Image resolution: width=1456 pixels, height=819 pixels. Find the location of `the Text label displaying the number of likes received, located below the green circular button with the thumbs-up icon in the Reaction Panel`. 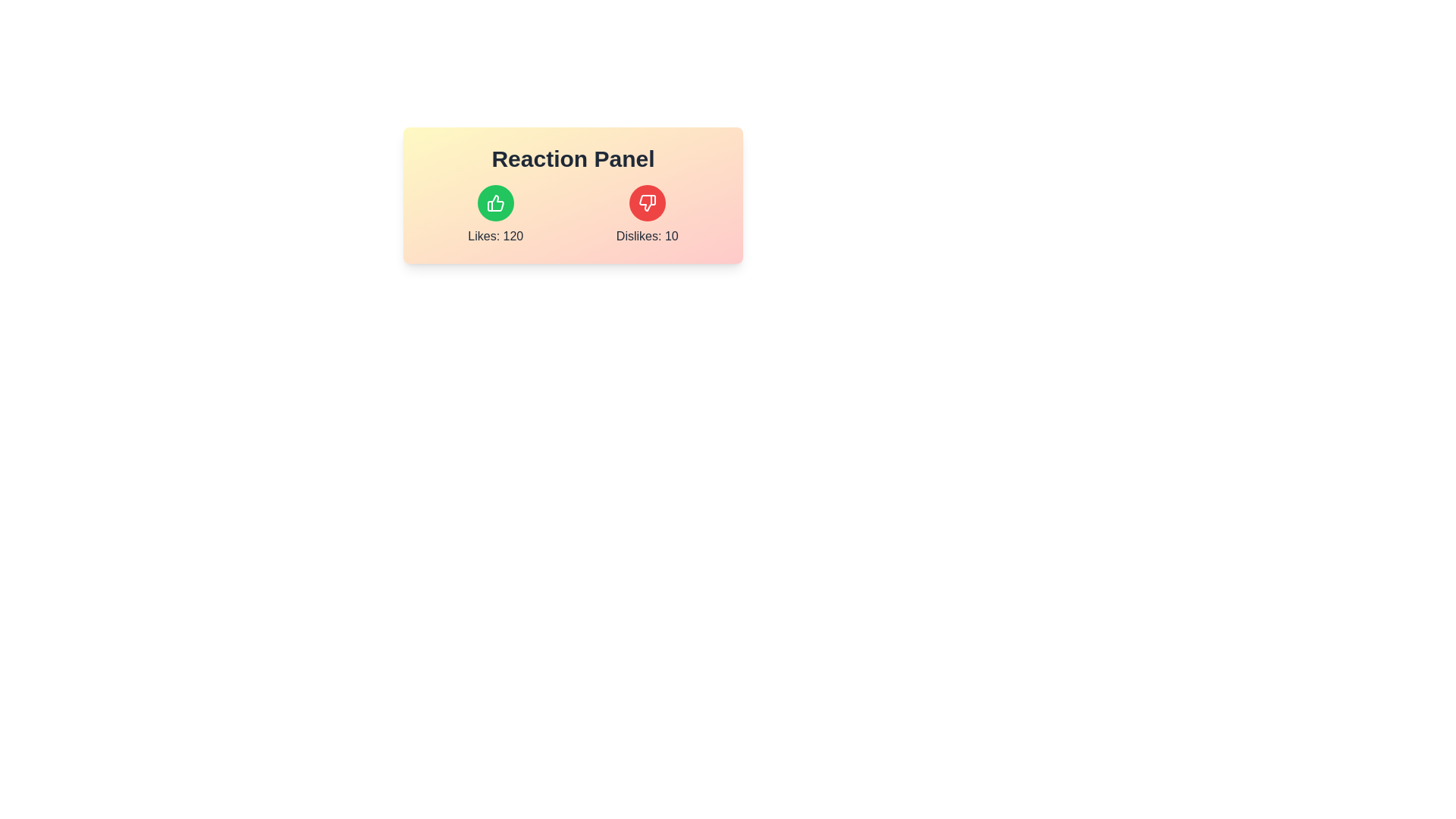

the Text label displaying the number of likes received, located below the green circular button with the thumbs-up icon in the Reaction Panel is located at coordinates (495, 237).